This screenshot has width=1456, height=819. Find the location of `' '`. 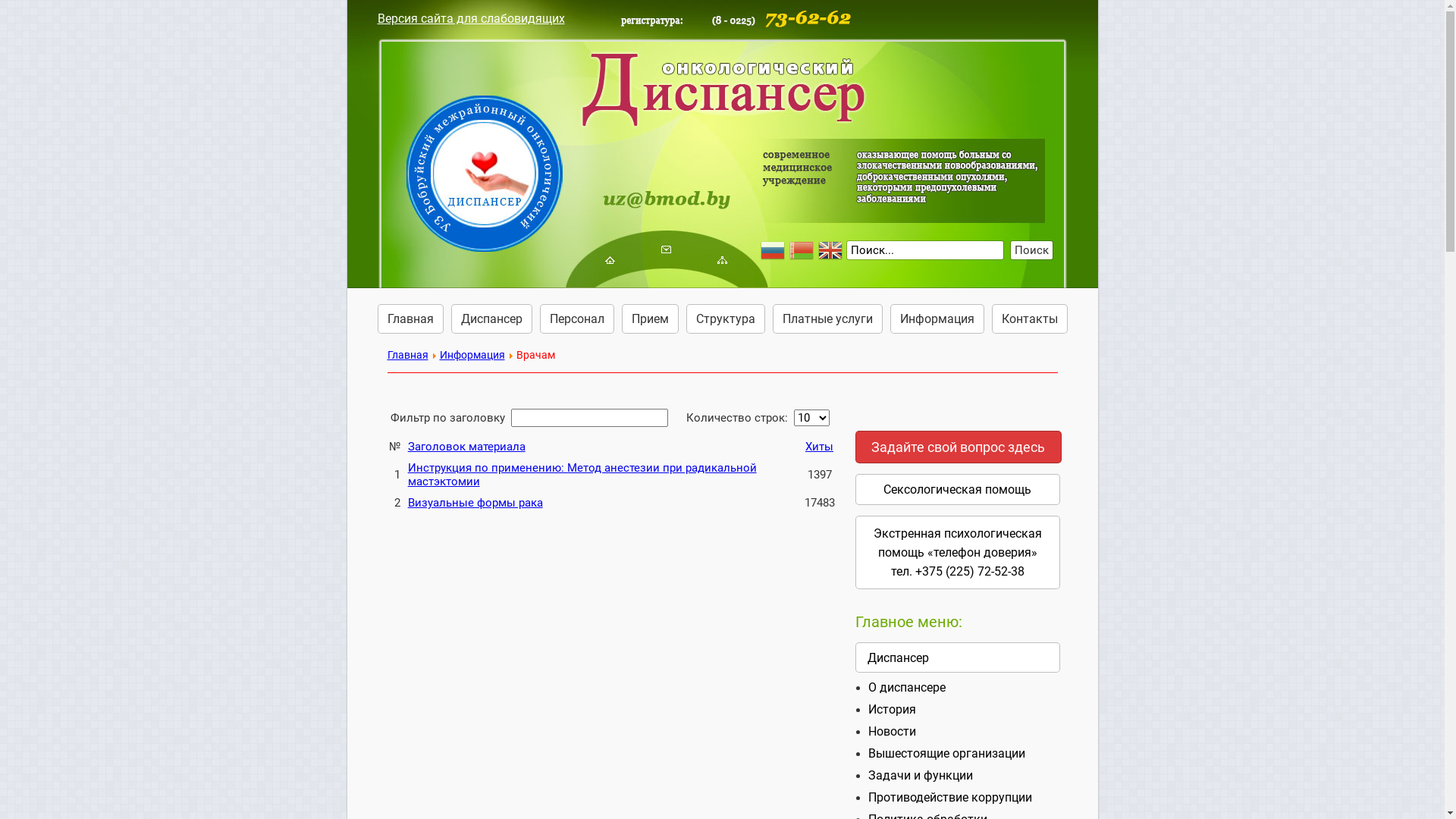

' ' is located at coordinates (608, 259).